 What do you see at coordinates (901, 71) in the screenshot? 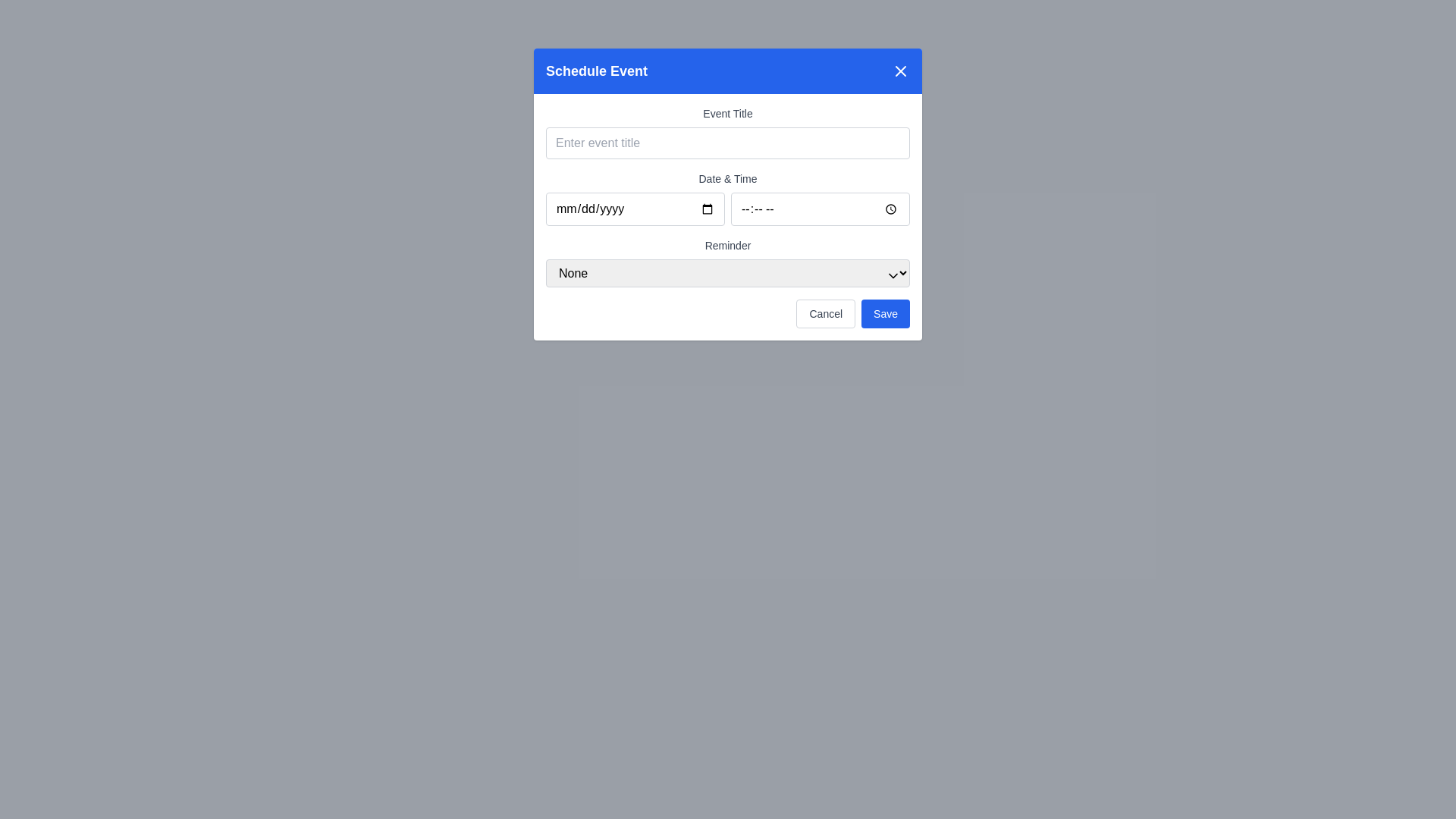
I see `the close button with a white 'X' icon located in the top-right corner of the modal's header` at bounding box center [901, 71].